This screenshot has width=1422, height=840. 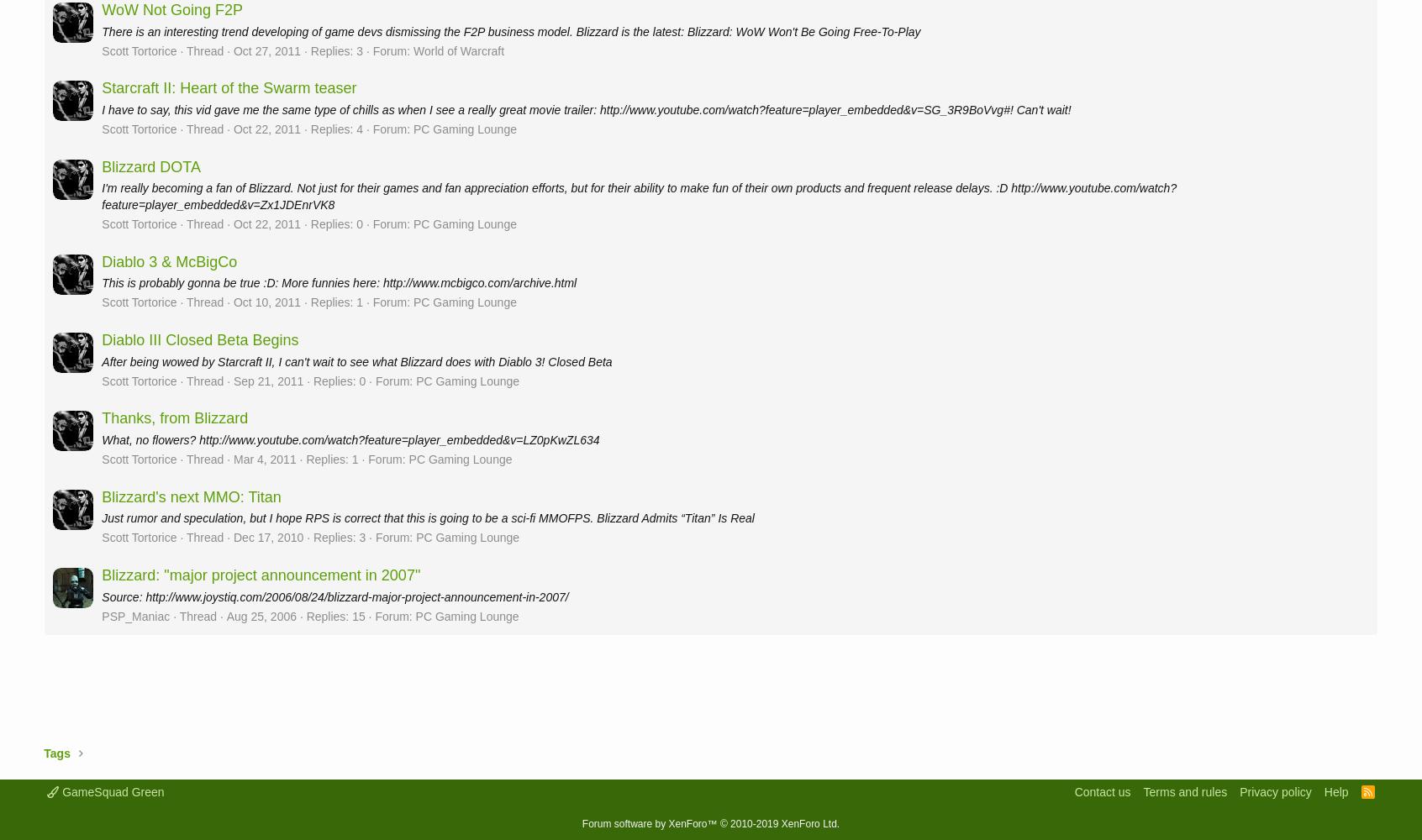 I want to click on 'There is an interesting trend developing of game devs dismissing the F2P business model.  Blizzard is the latest:

Blizzard: WoW Won't Be Going Free-To-Play', so click(x=509, y=31).